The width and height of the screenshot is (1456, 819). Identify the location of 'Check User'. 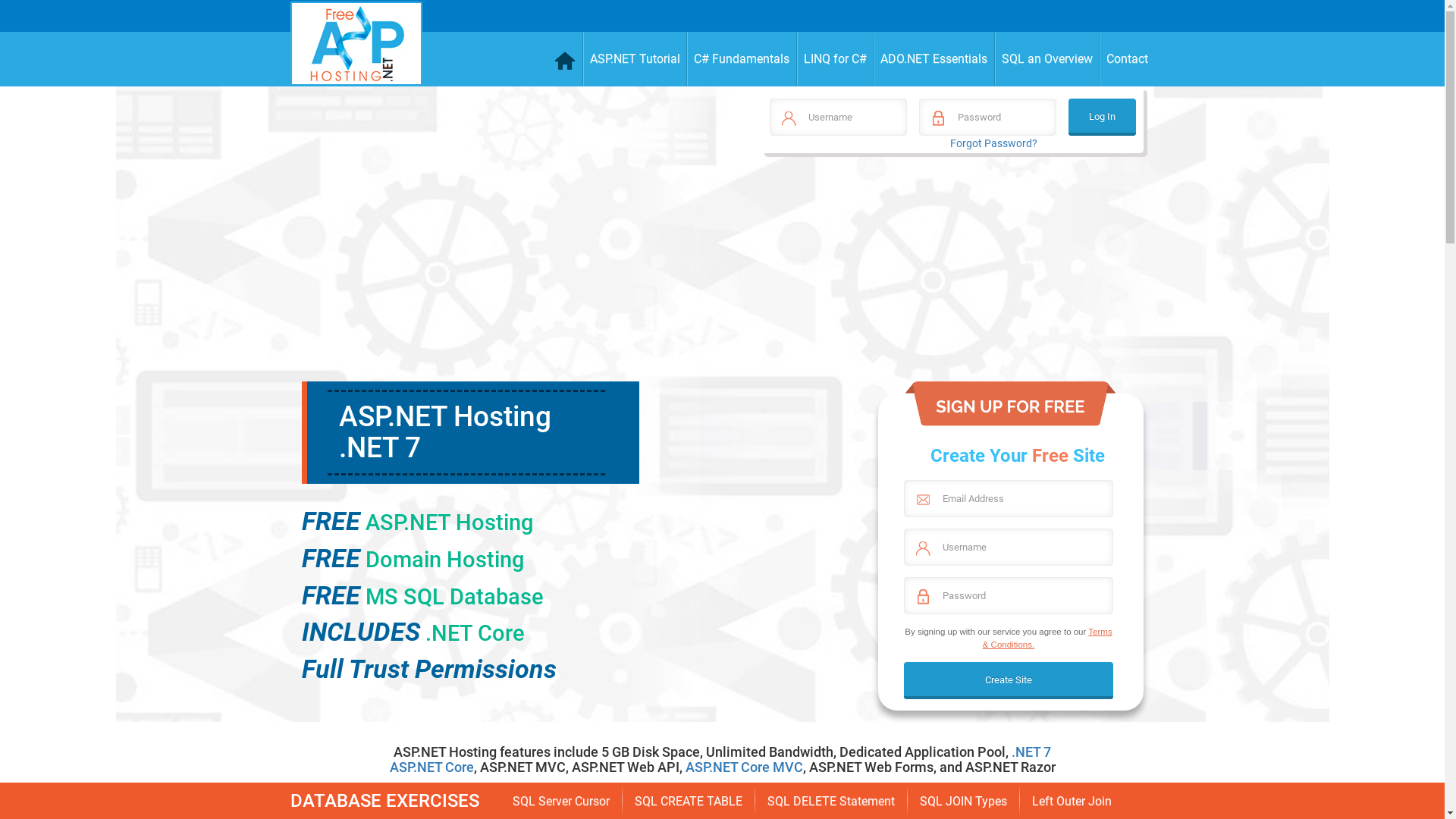
(30, 18).